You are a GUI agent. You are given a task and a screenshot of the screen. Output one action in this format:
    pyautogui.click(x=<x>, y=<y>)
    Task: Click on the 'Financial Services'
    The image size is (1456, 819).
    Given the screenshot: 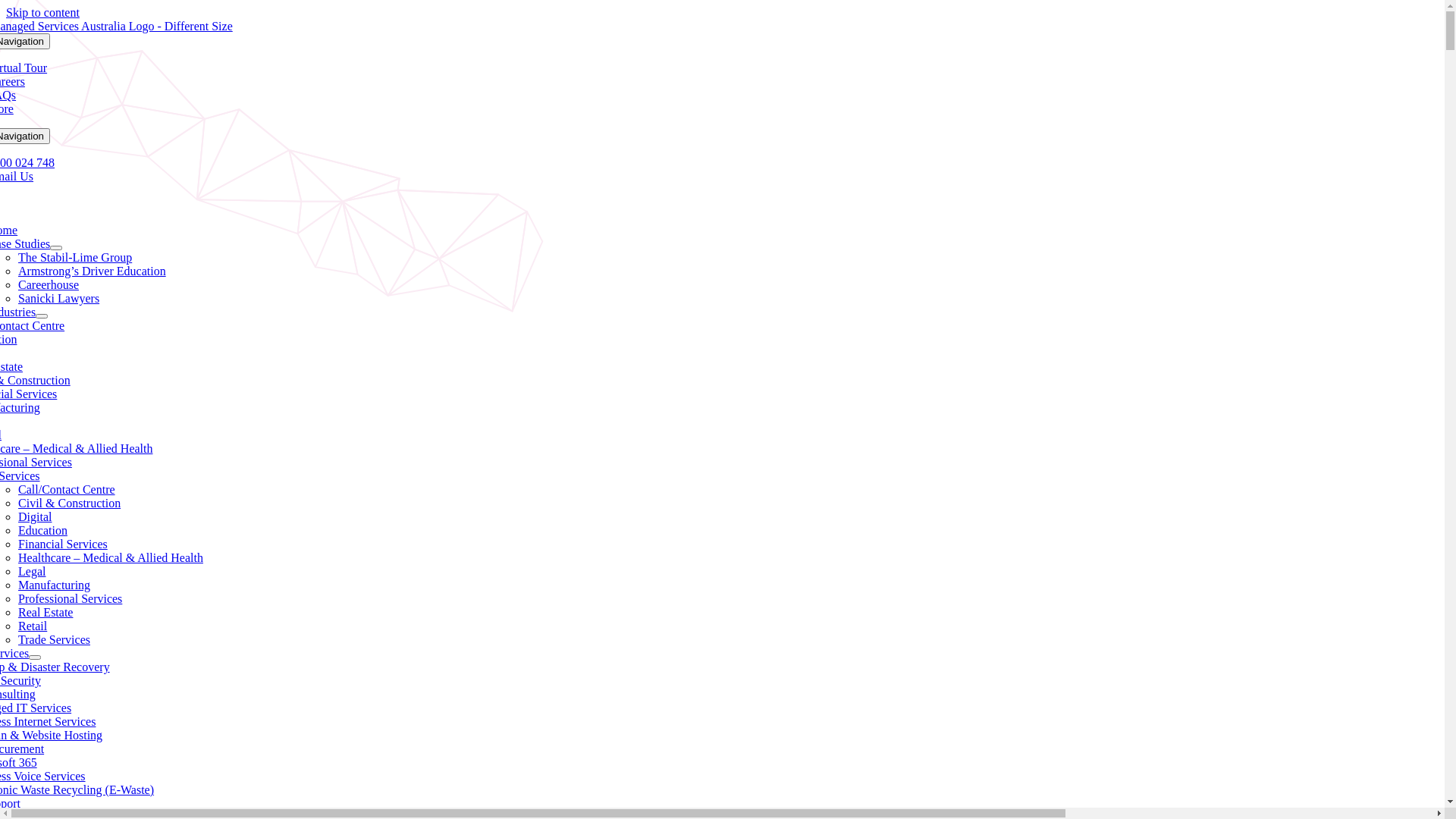 What is the action you would take?
    pyautogui.click(x=61, y=543)
    